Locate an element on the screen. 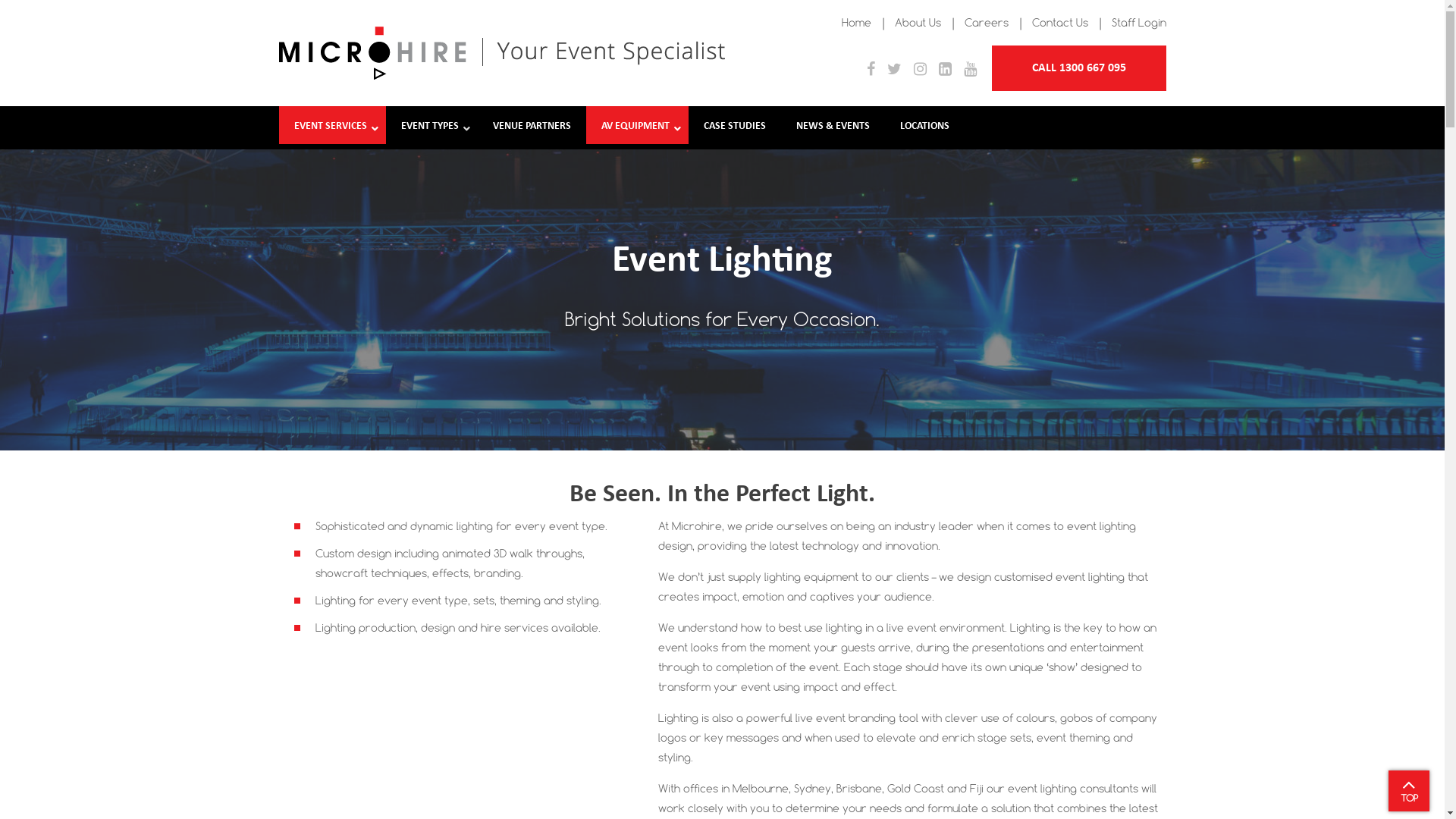 This screenshot has width=1456, height=819. 'About Us' is located at coordinates (917, 22).